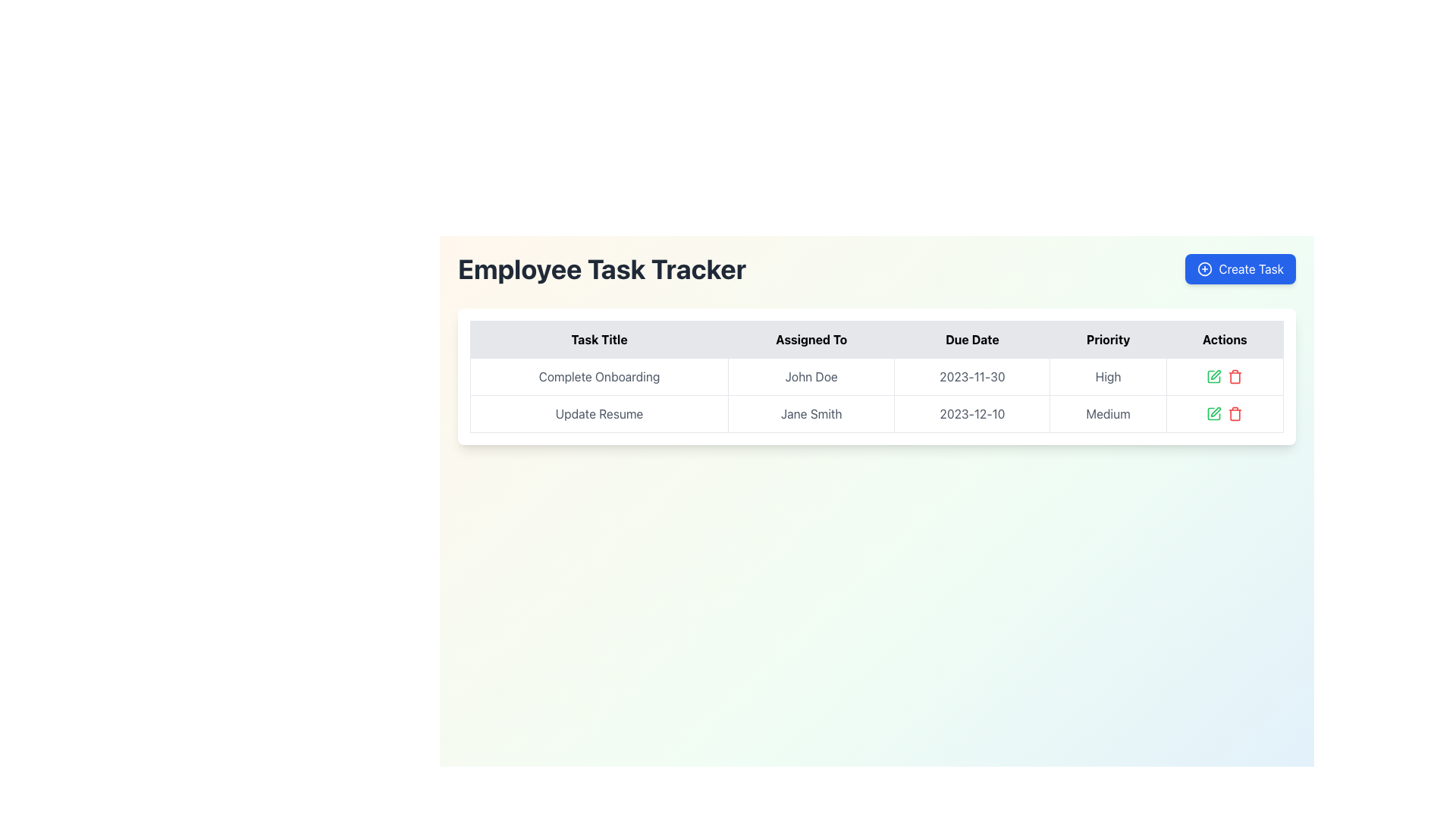 This screenshot has width=1456, height=819. What do you see at coordinates (1214, 414) in the screenshot?
I see `the Edit Icon, which is a square with a pen overlay, located in the second row under the 'Actions' column for the task titled 'Update Resume'` at bounding box center [1214, 414].